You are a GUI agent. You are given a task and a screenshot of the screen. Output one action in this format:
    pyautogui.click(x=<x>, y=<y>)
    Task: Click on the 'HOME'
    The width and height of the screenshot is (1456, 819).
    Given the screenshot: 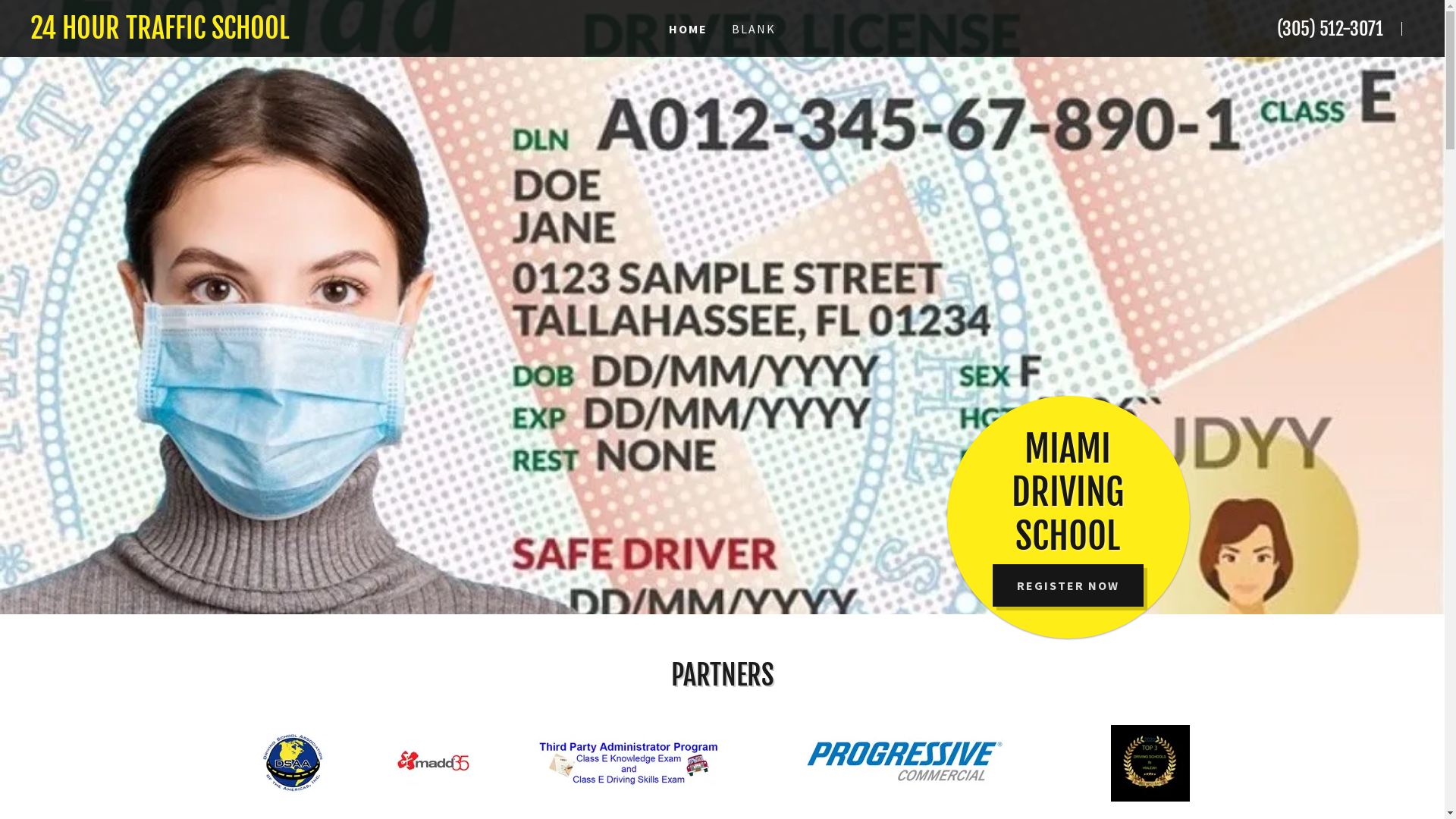 What is the action you would take?
    pyautogui.click(x=687, y=29)
    